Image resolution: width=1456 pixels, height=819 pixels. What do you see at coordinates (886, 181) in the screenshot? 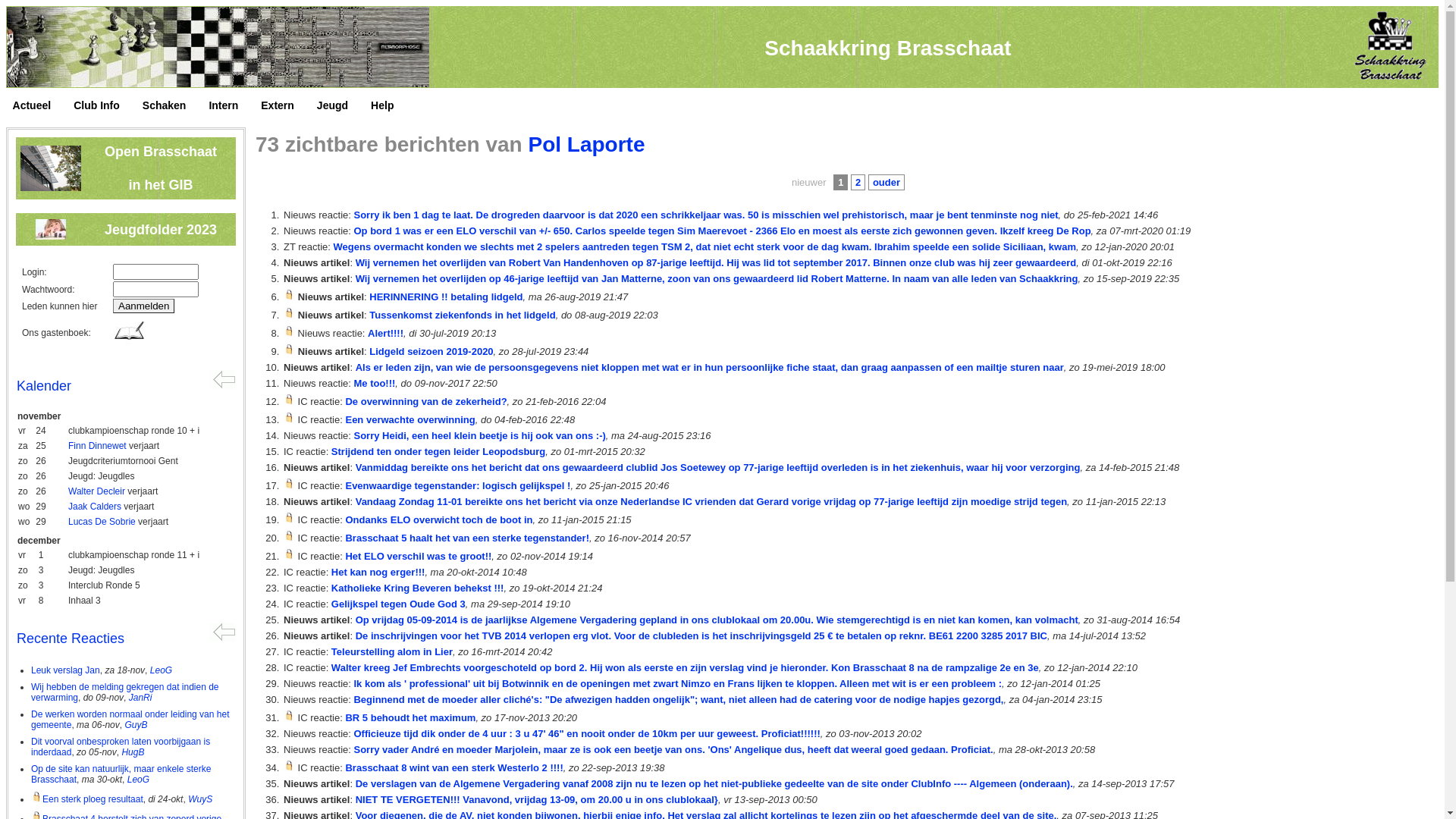
I see `'ouder'` at bounding box center [886, 181].